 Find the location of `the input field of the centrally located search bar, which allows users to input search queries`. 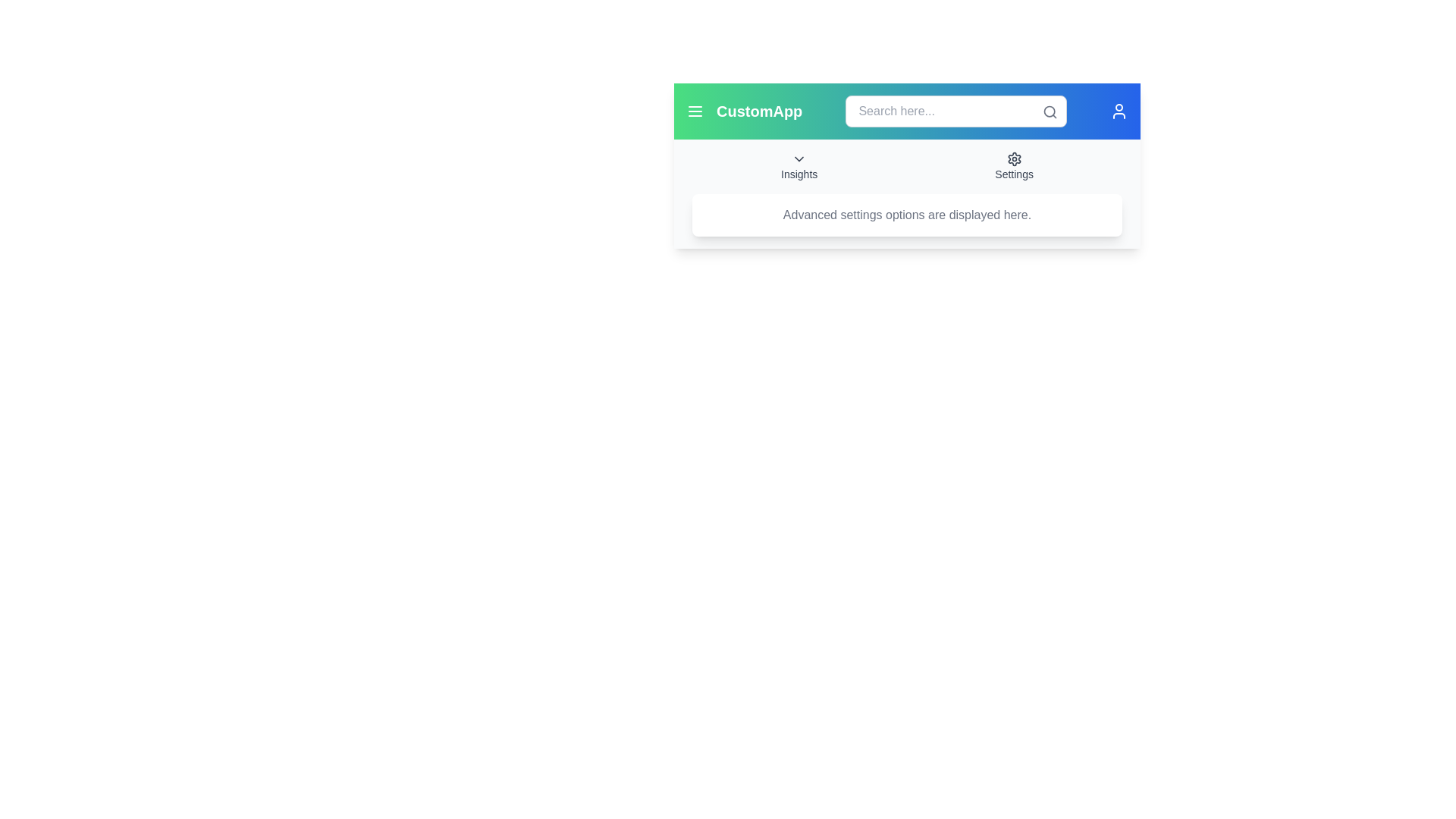

the input field of the centrally located search bar, which allows users to input search queries is located at coordinates (955, 110).